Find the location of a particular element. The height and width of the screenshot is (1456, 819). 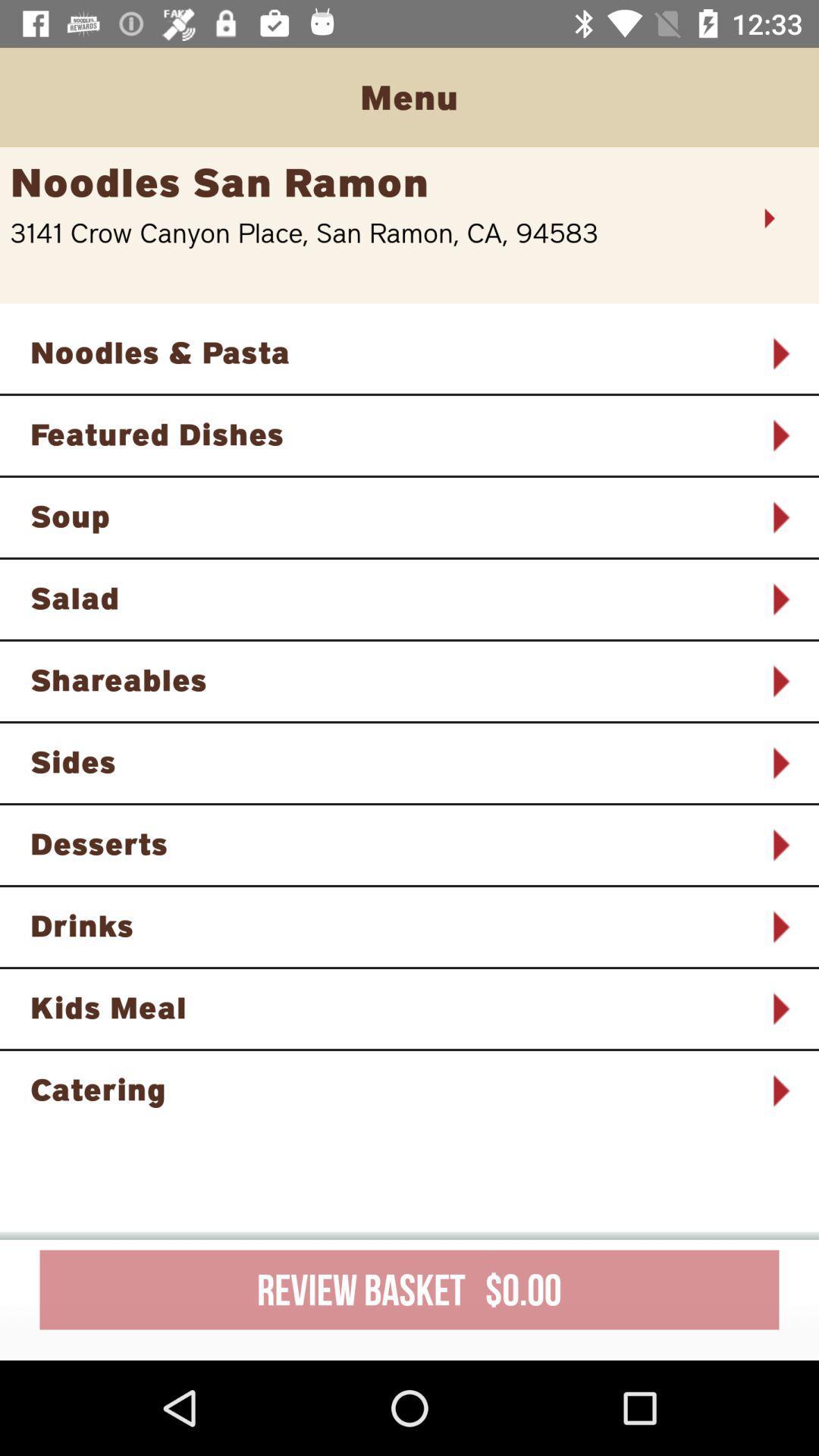

the item to the right of featured dishes is located at coordinates (780, 435).